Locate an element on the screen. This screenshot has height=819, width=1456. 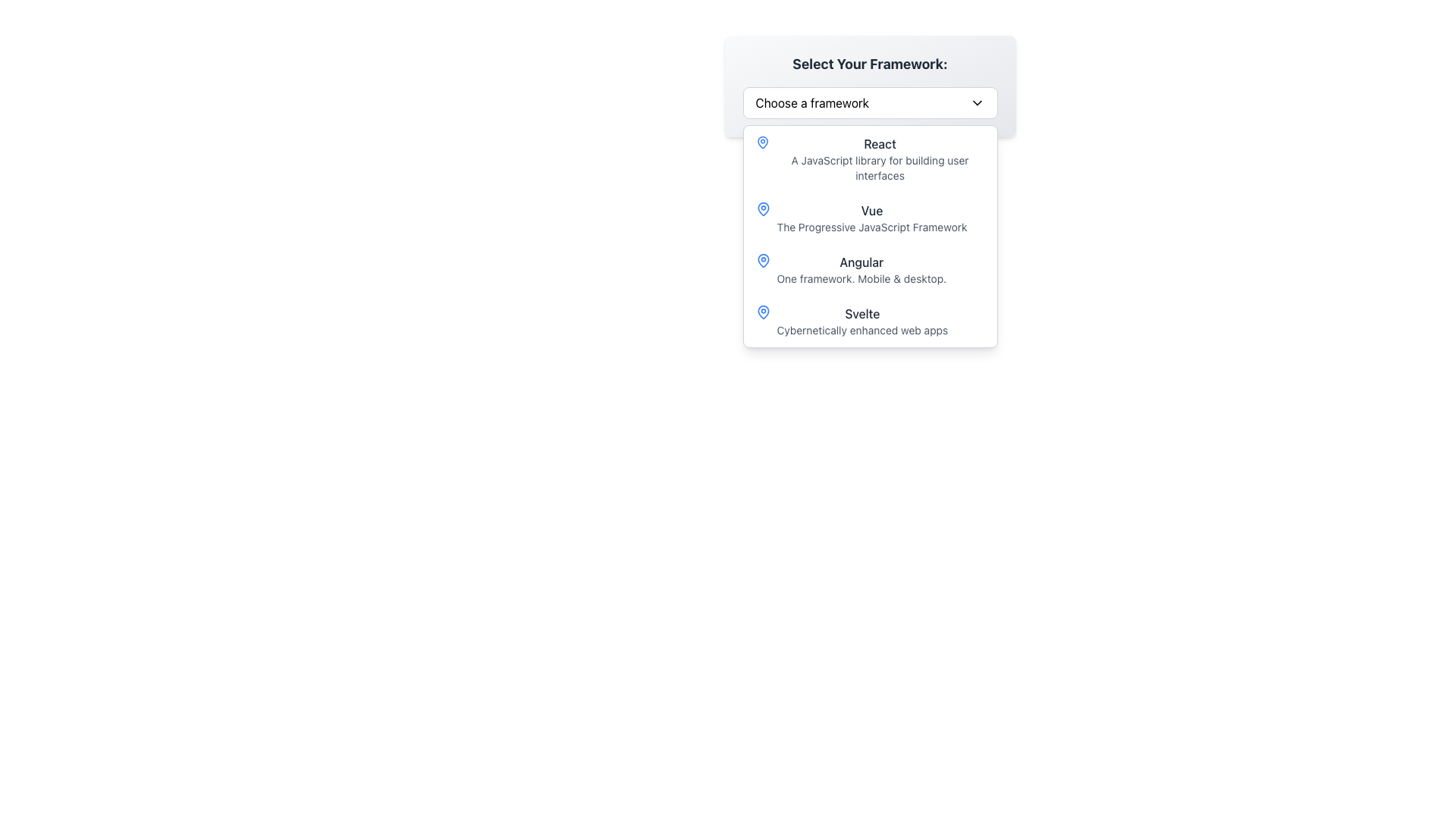
the selectable list item labeled 'Angular' with the description 'One framework. Mobile & desktop' located in the dropdown menu under 'Select Your Framework' is located at coordinates (861, 268).